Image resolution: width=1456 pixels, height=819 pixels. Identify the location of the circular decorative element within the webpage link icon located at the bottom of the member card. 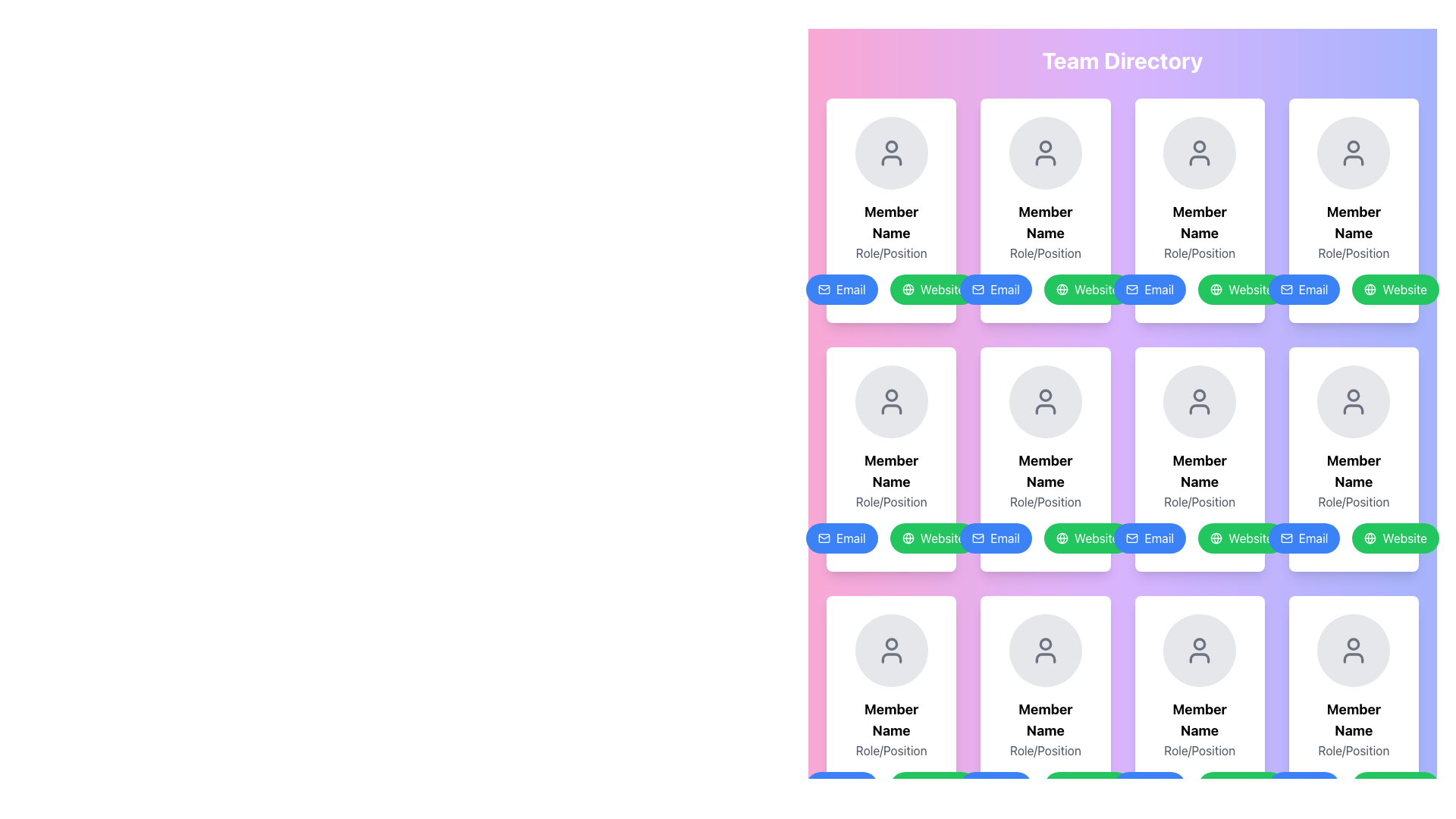
(908, 537).